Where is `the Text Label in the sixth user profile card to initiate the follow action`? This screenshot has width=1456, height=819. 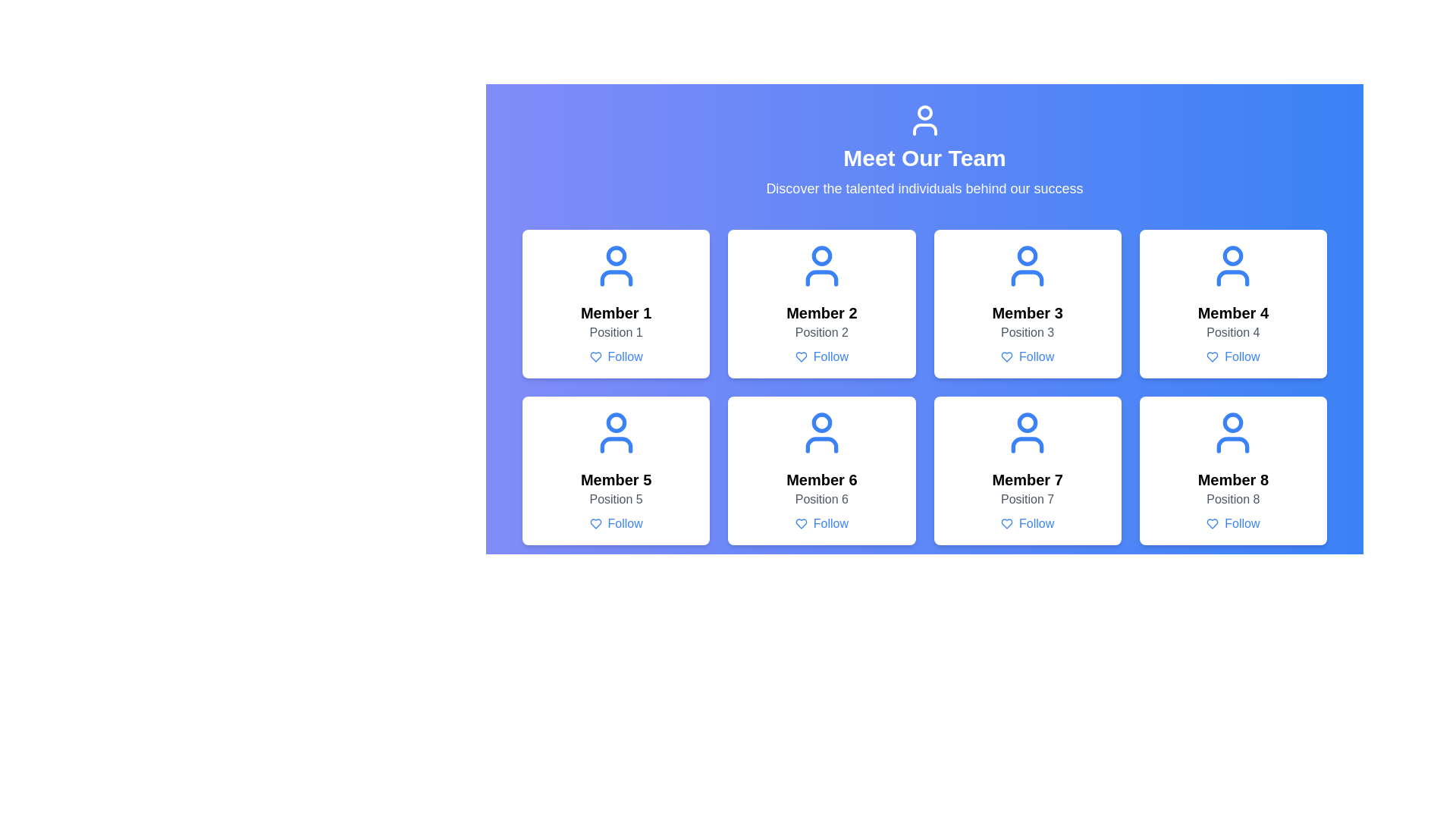
the Text Label in the sixth user profile card to initiate the follow action is located at coordinates (830, 522).